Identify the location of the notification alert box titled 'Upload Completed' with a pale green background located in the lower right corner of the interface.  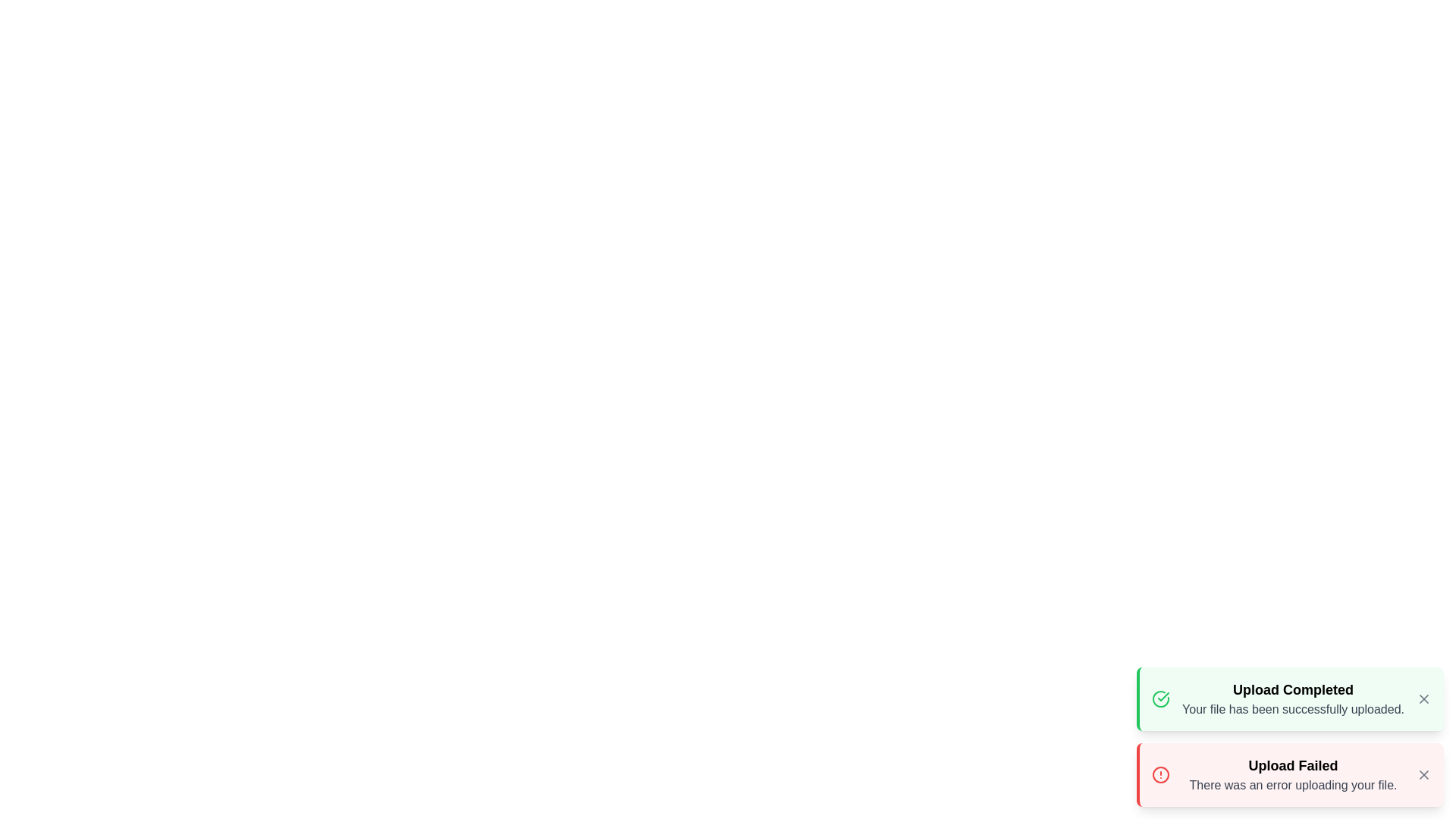
(1289, 698).